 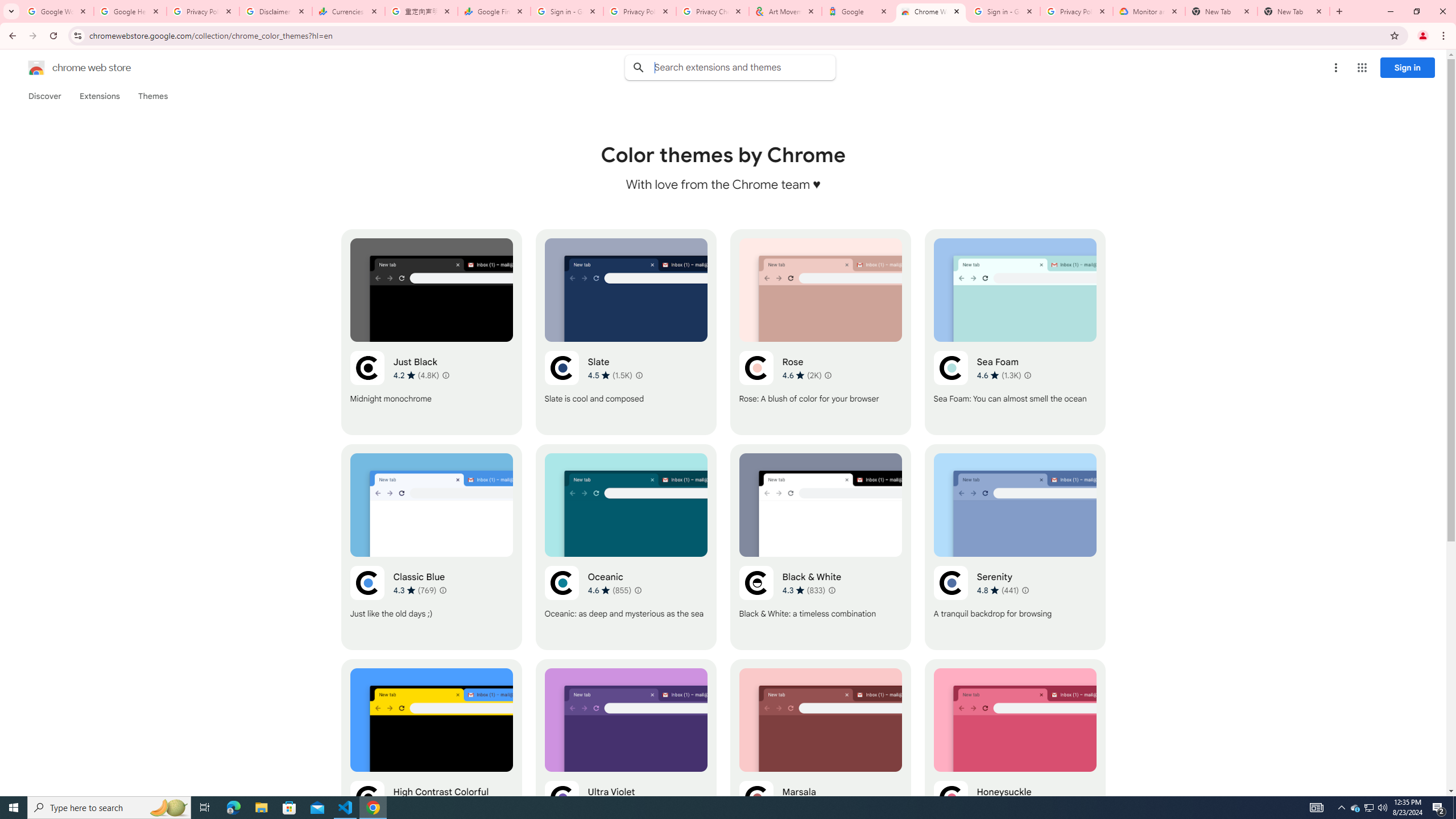 I want to click on 'Themes', so click(x=152, y=96).